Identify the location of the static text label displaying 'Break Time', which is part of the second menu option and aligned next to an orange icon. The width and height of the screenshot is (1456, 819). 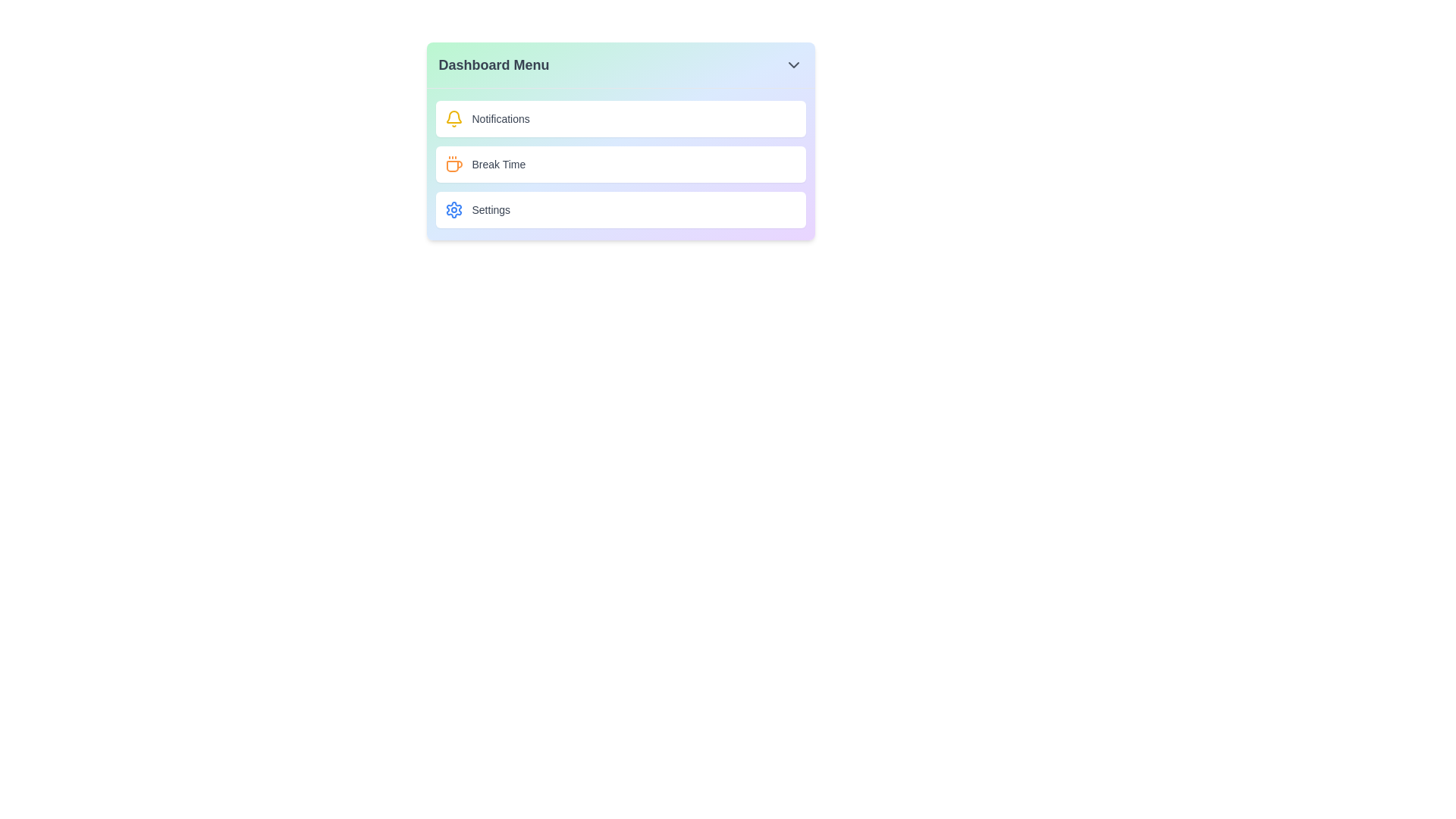
(498, 164).